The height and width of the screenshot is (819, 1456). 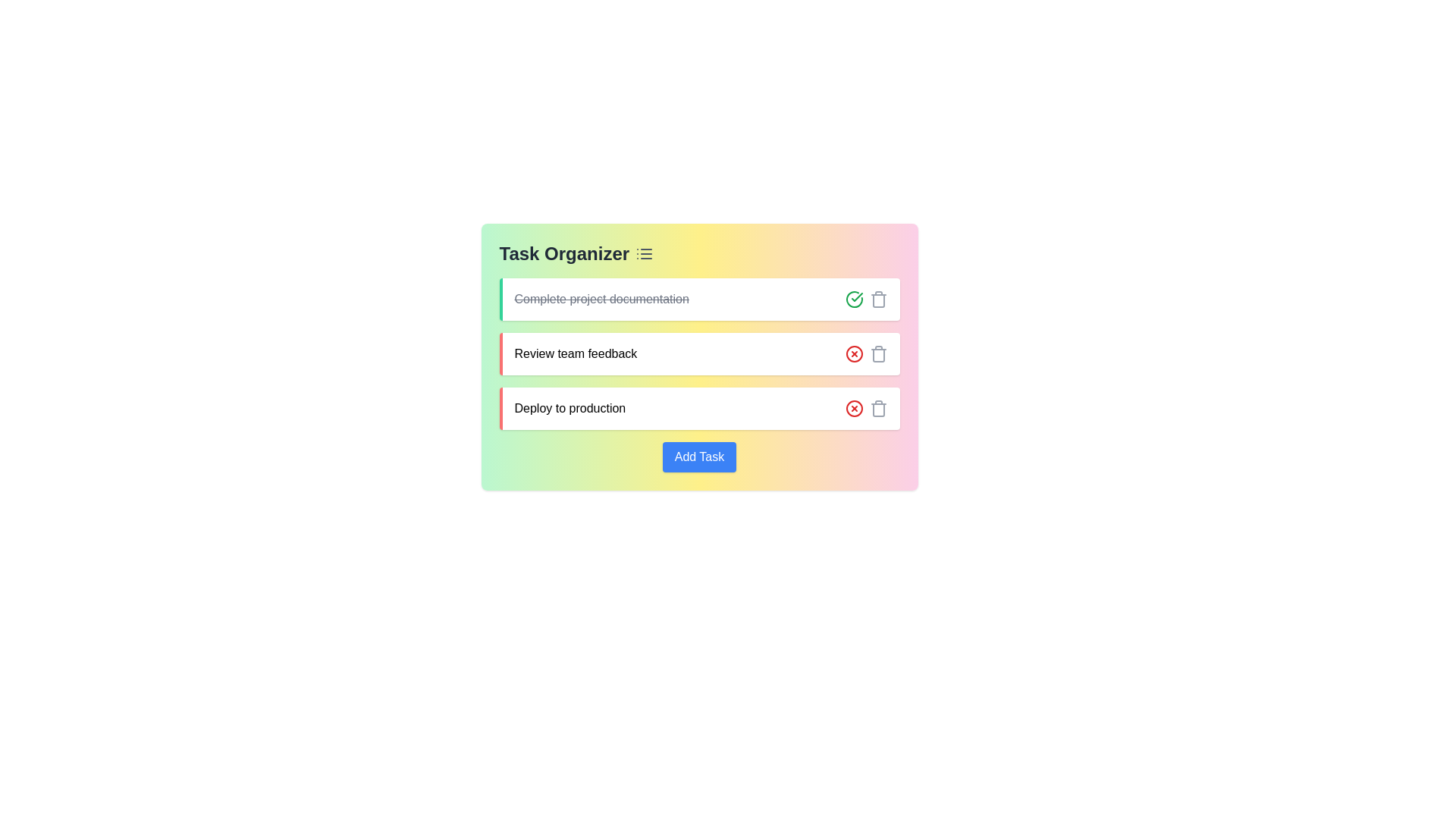 I want to click on the 'Delete' button icon located to the far right of the text field labeled 'Review team feedback', so click(x=878, y=408).